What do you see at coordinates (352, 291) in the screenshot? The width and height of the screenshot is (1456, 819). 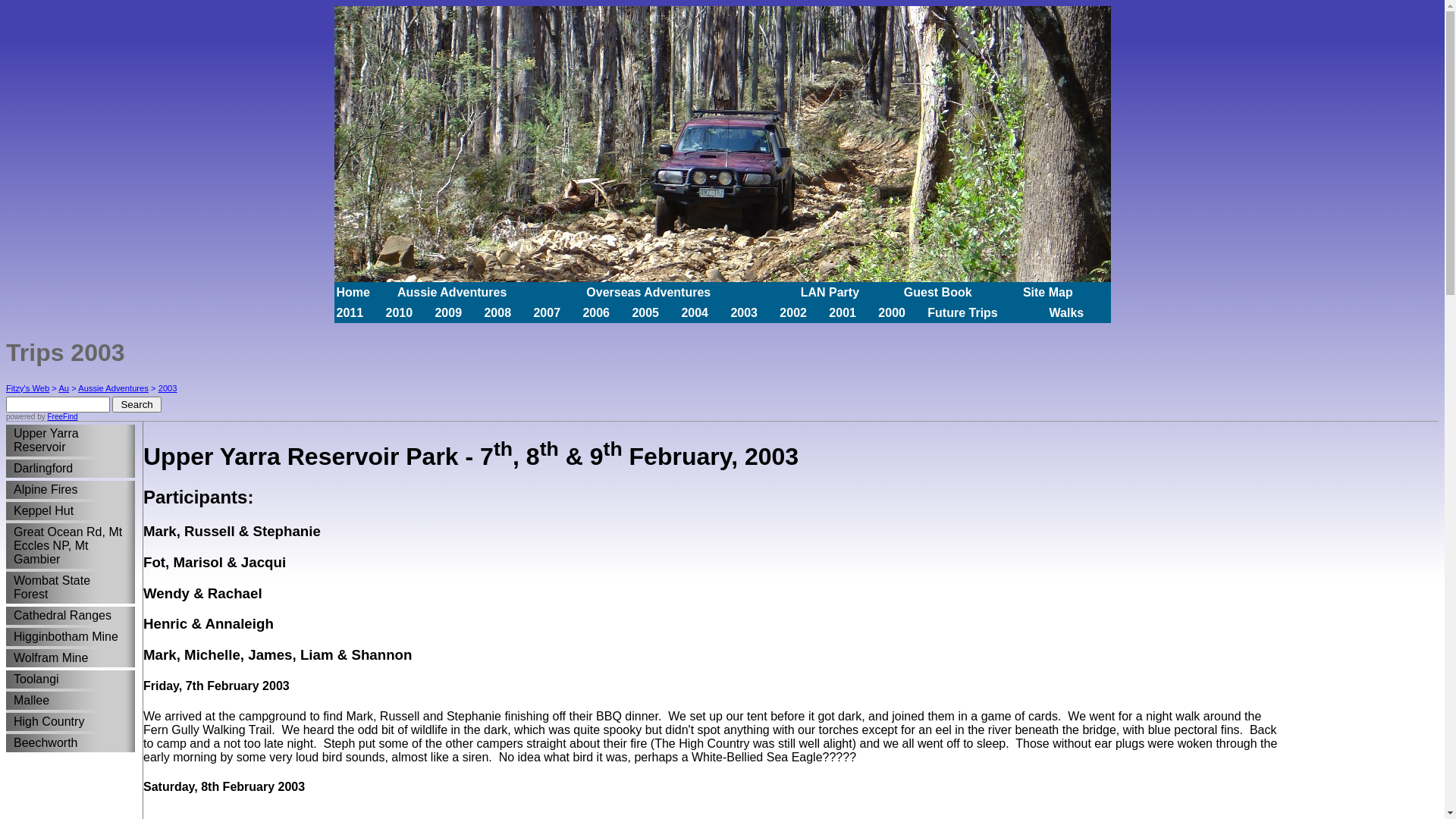 I see `'Home'` at bounding box center [352, 291].